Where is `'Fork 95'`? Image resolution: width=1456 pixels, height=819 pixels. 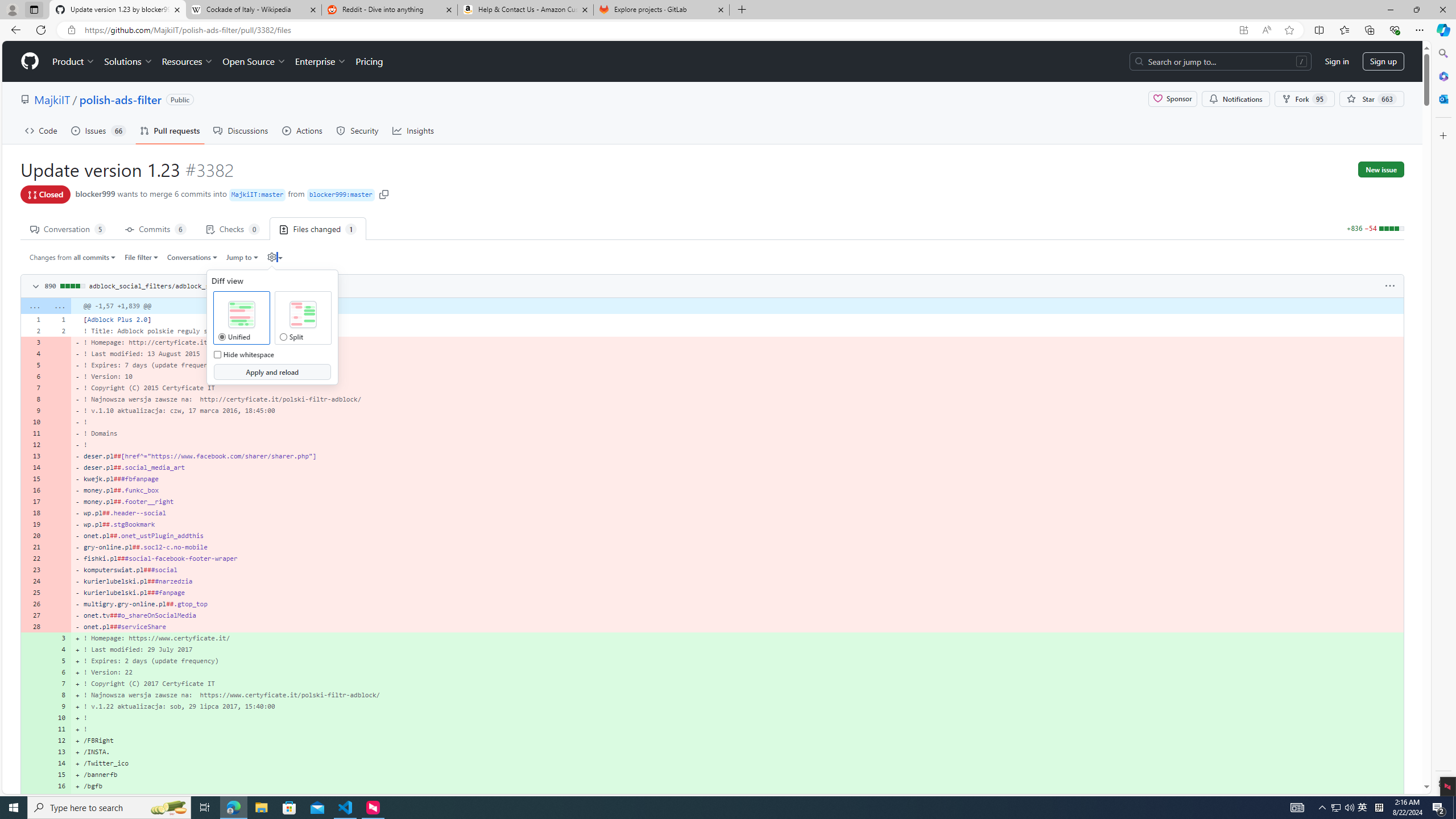
'Fork 95' is located at coordinates (1304, 98).